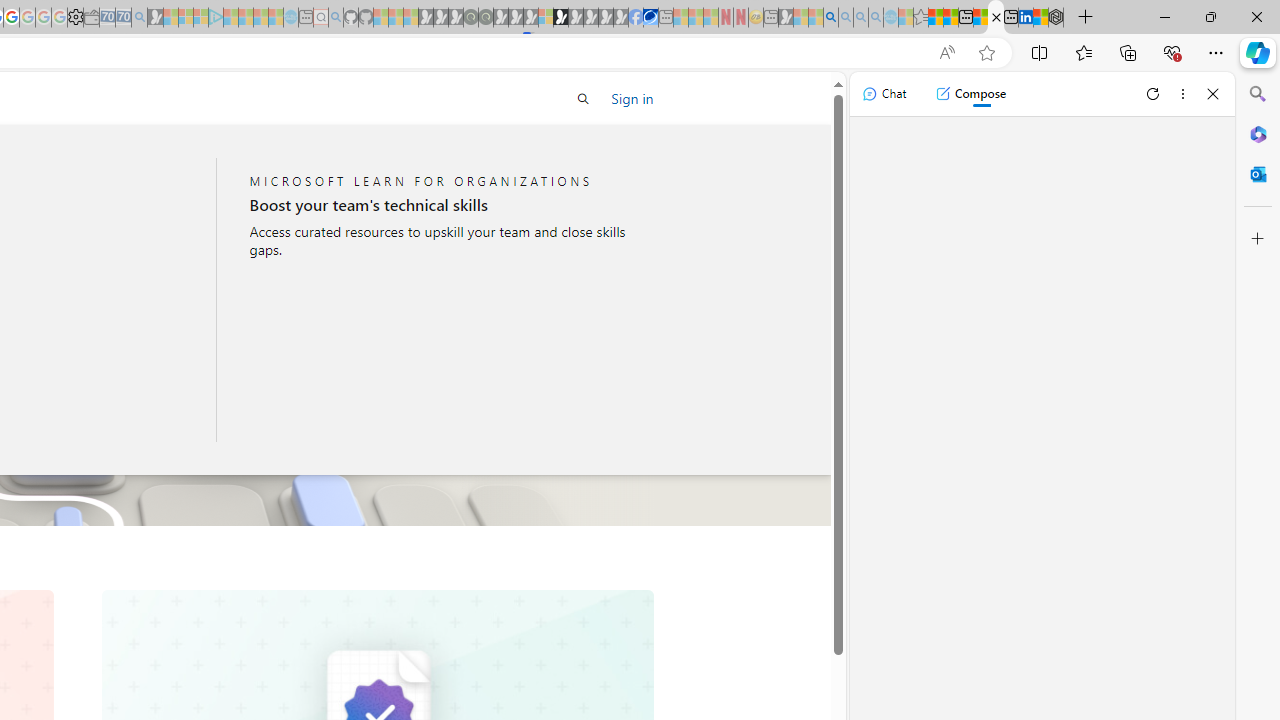 The height and width of the screenshot is (720, 1280). Describe the element at coordinates (582, 98) in the screenshot. I see `'Open search'` at that location.